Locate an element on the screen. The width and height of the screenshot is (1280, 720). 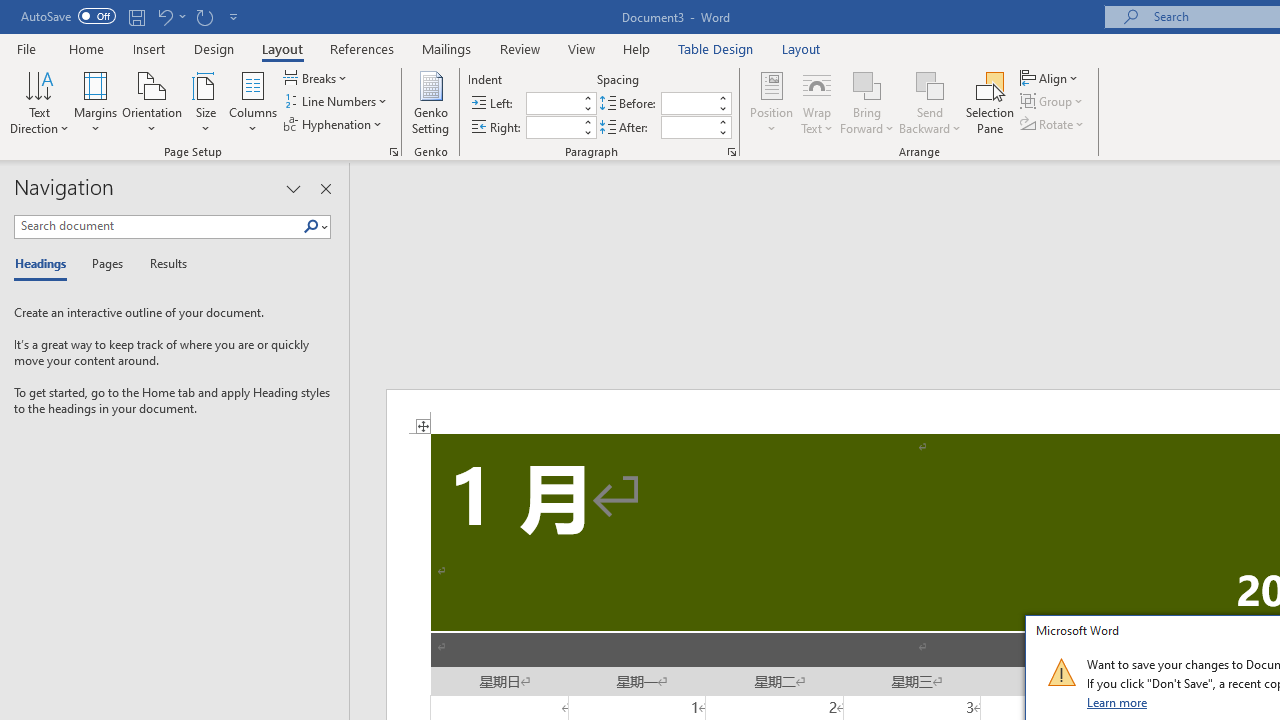
'Bring Forward' is located at coordinates (867, 103).